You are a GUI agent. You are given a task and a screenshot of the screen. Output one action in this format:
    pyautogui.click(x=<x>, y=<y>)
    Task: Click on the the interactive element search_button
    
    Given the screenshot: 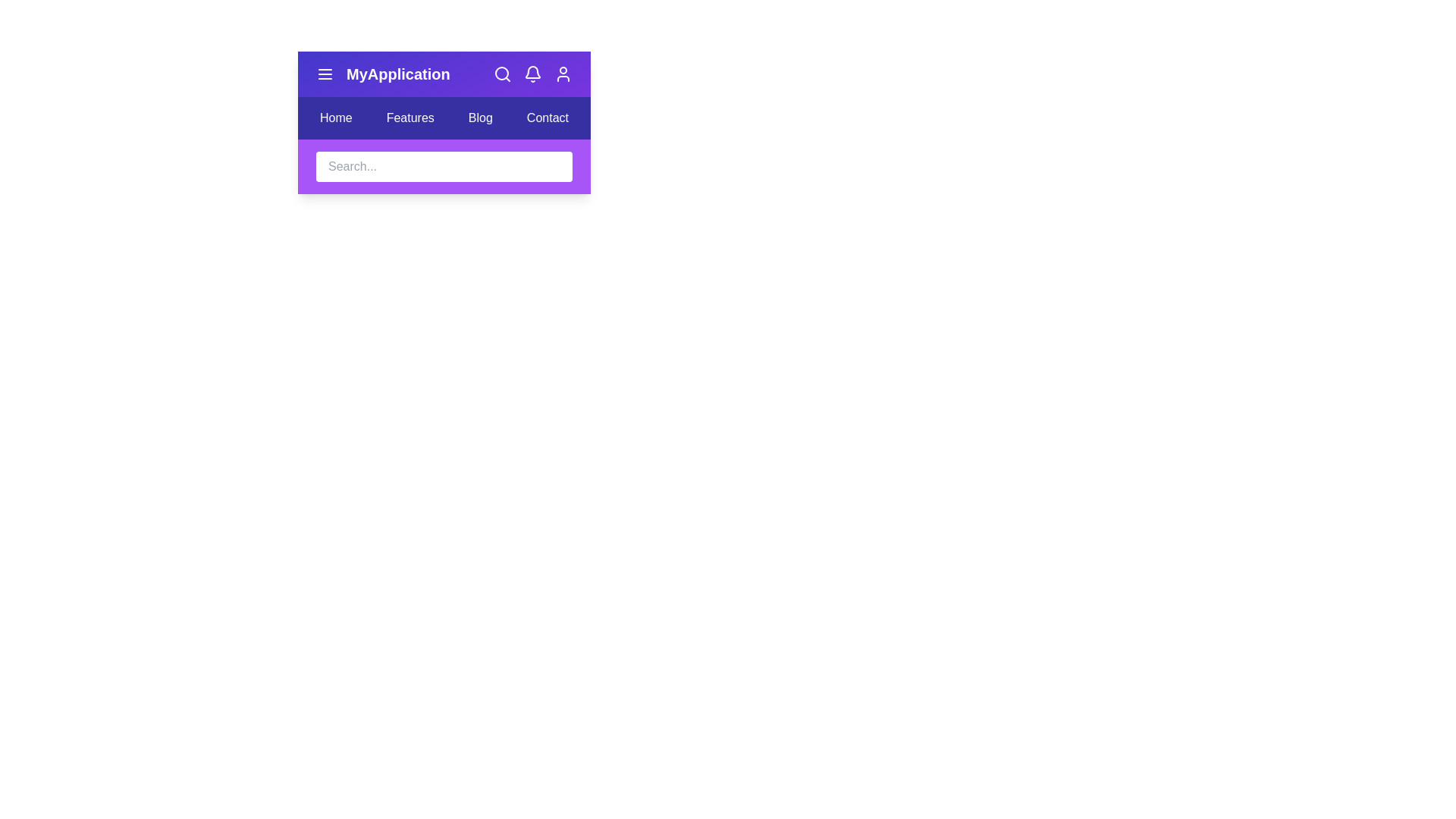 What is the action you would take?
    pyautogui.click(x=502, y=74)
    